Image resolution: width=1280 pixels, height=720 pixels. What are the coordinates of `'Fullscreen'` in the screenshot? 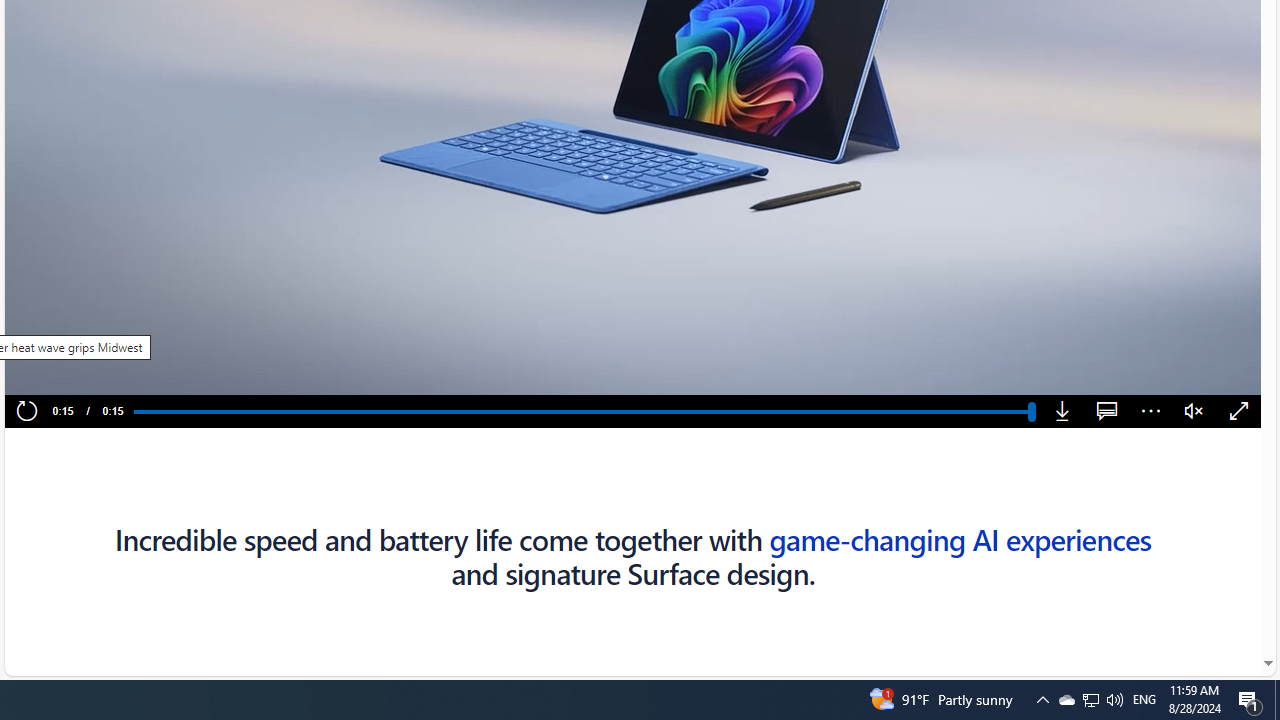 It's located at (1238, 411).